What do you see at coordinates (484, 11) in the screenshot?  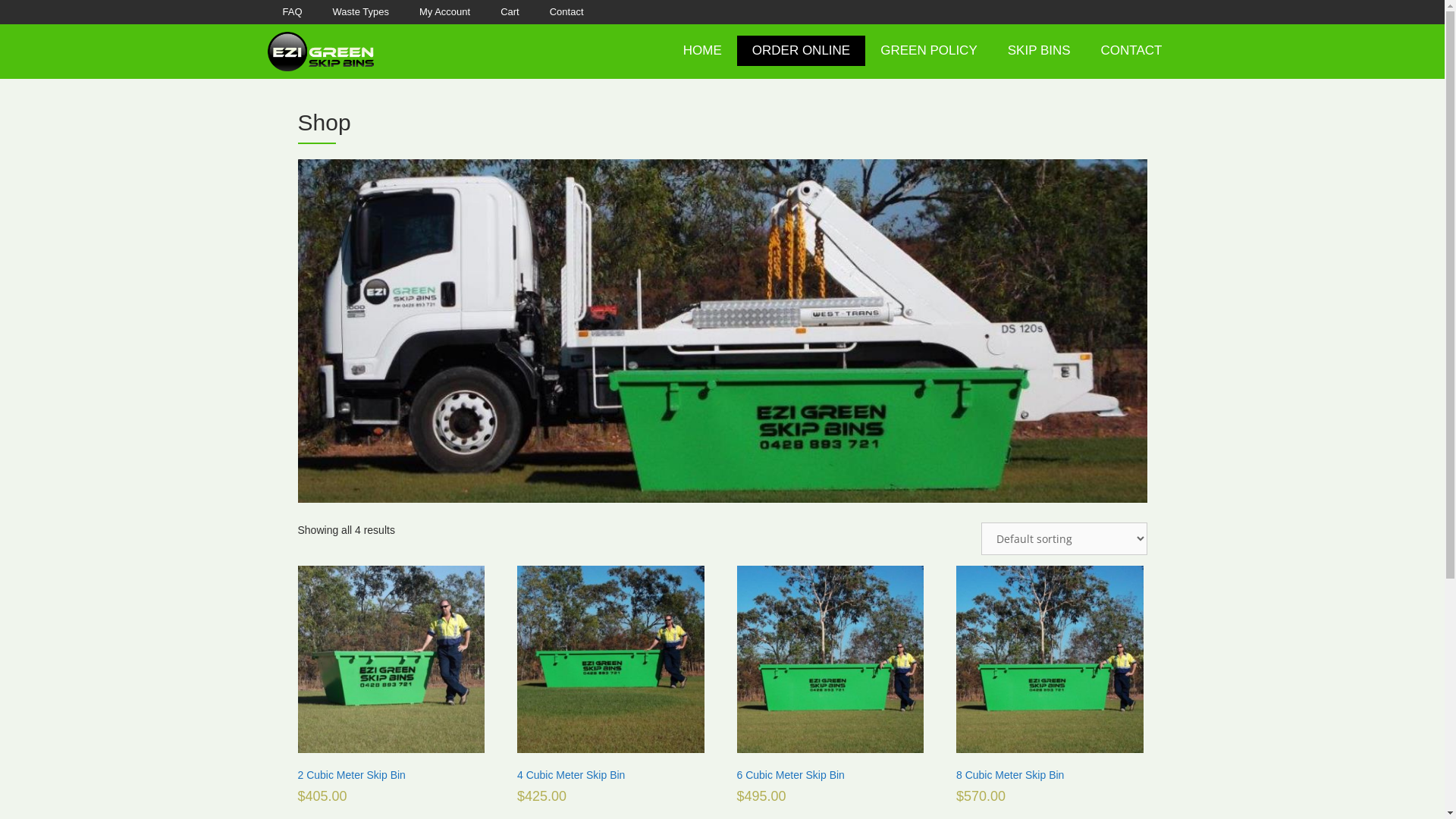 I see `'Cart'` at bounding box center [484, 11].